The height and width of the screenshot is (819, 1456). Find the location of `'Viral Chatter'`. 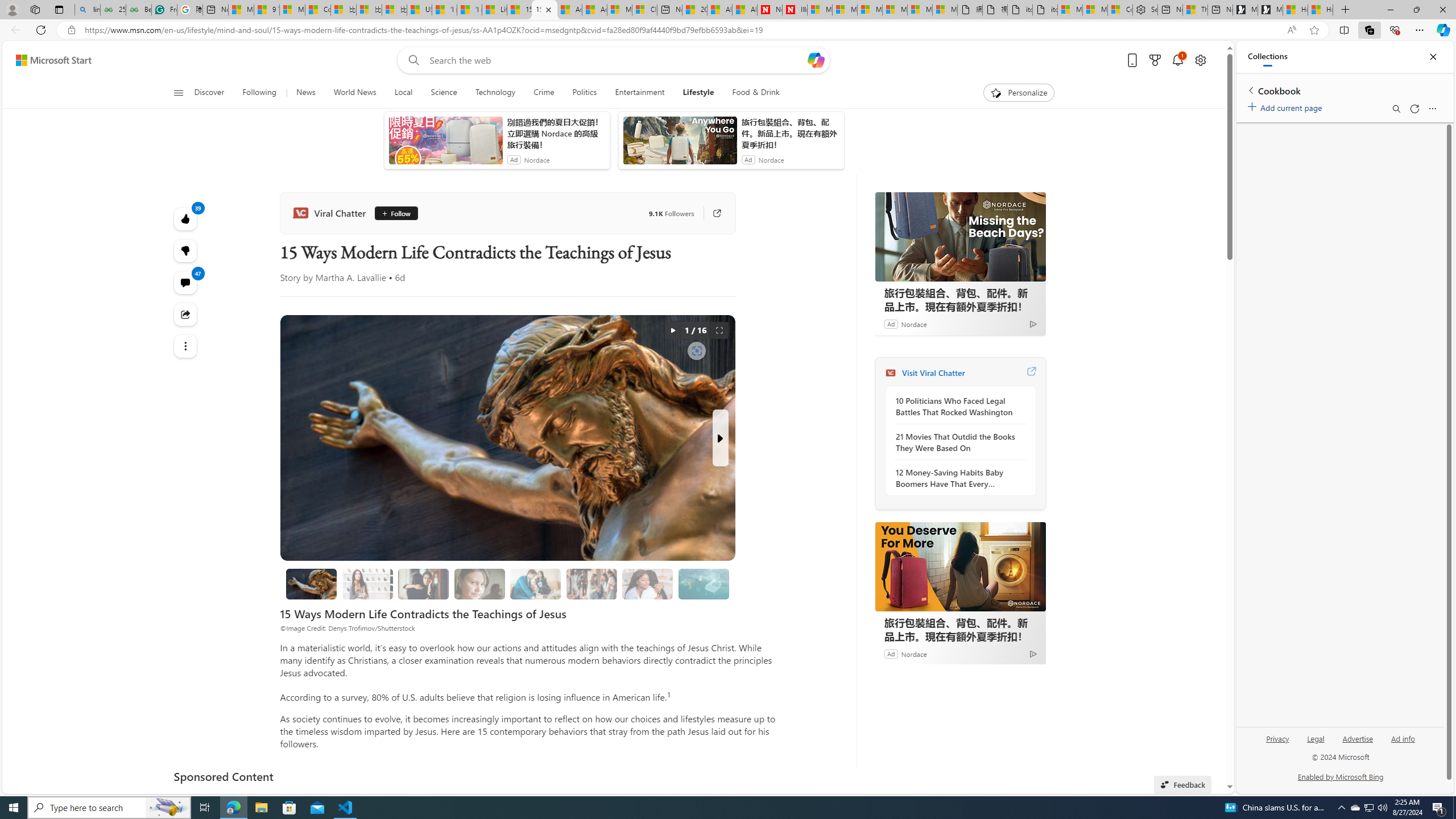

'Viral Chatter' is located at coordinates (331, 213).